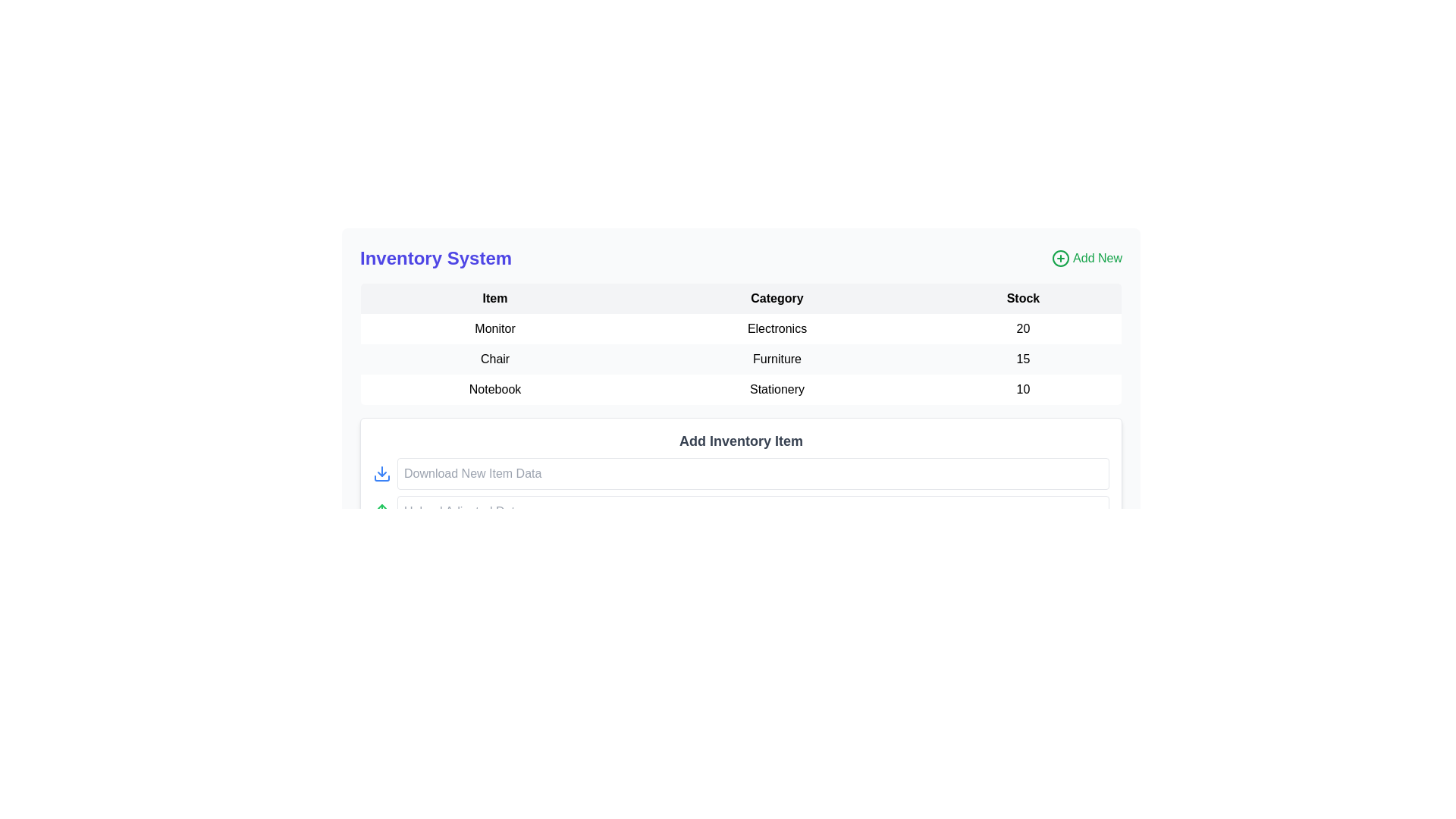  I want to click on the upload icon located near the bottom left of the 'Add Inventory Item' section, which signifies the upload capability, so click(382, 512).